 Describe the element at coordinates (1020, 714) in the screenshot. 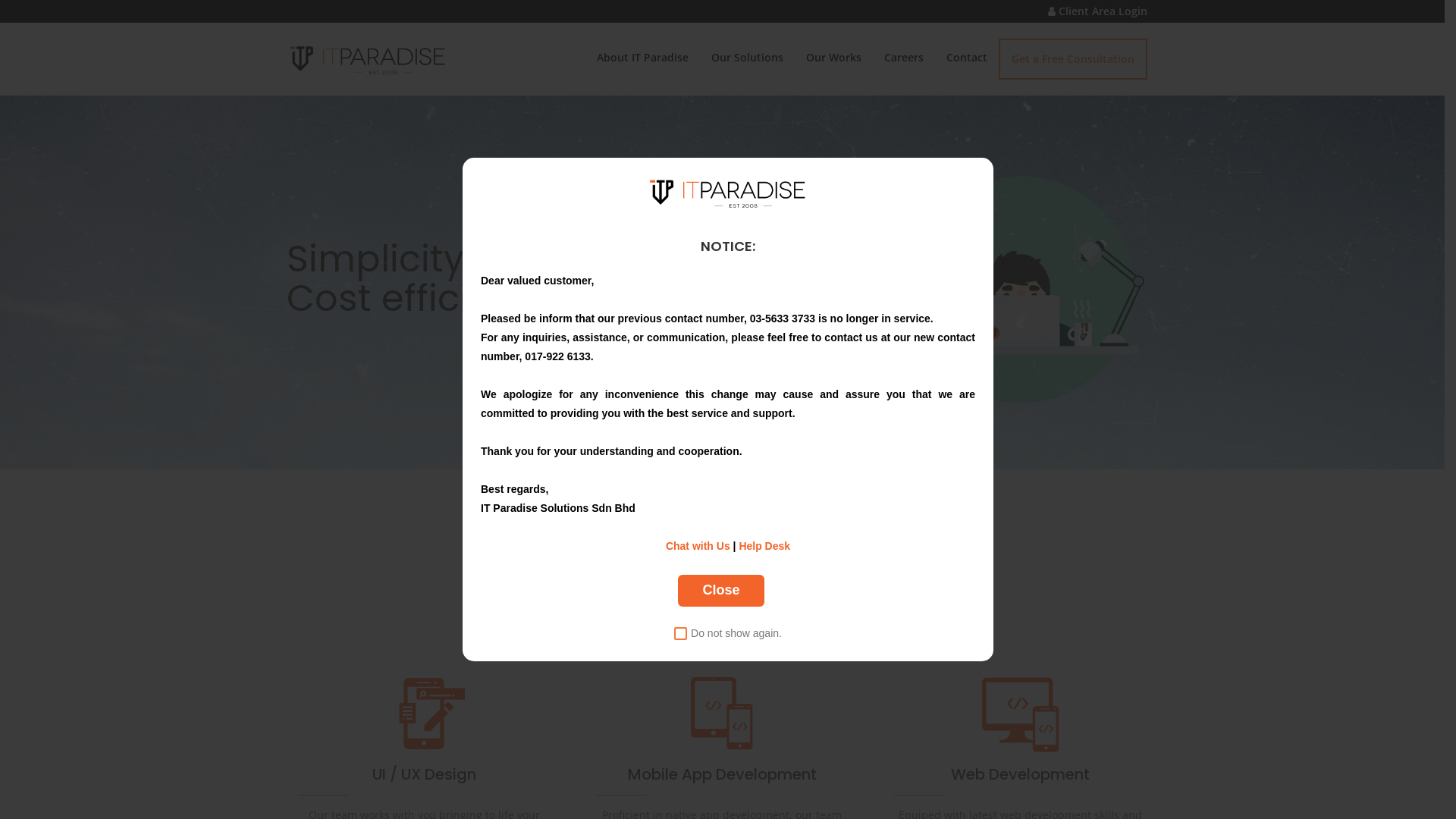

I see `'Web Development-OPT3'` at that location.